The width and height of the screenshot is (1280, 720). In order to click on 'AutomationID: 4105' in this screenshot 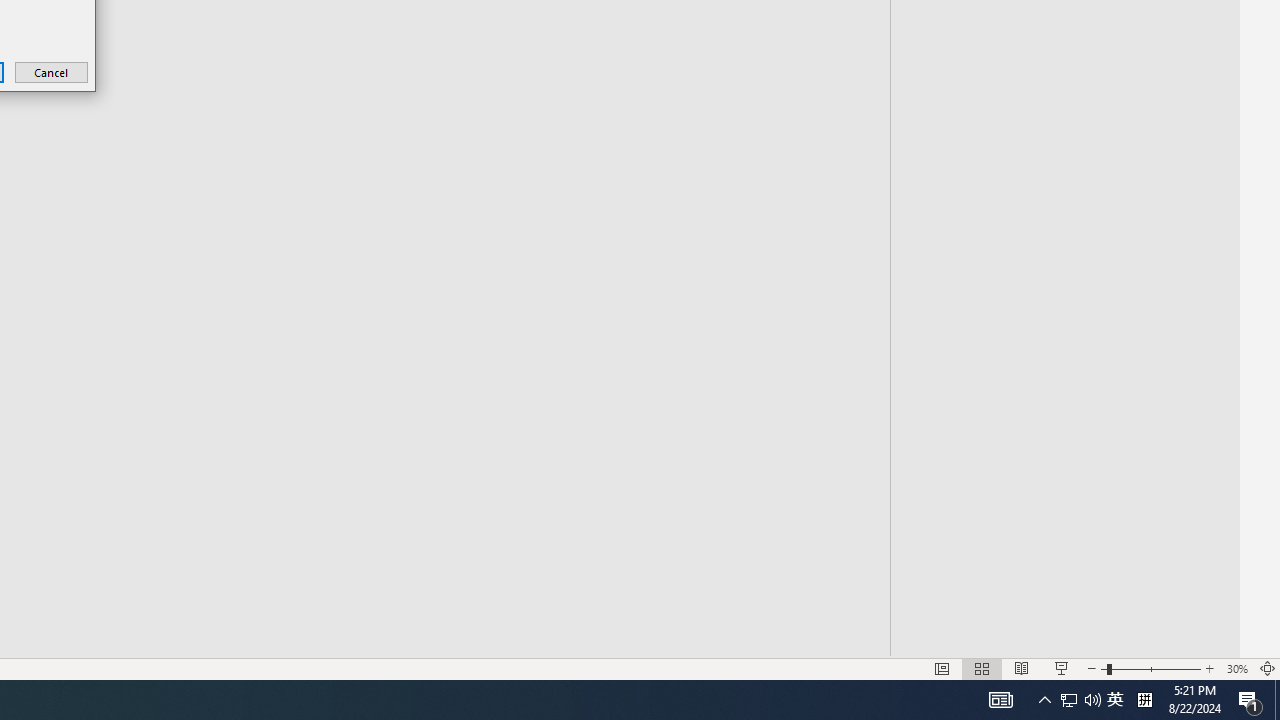, I will do `click(1000, 698)`.